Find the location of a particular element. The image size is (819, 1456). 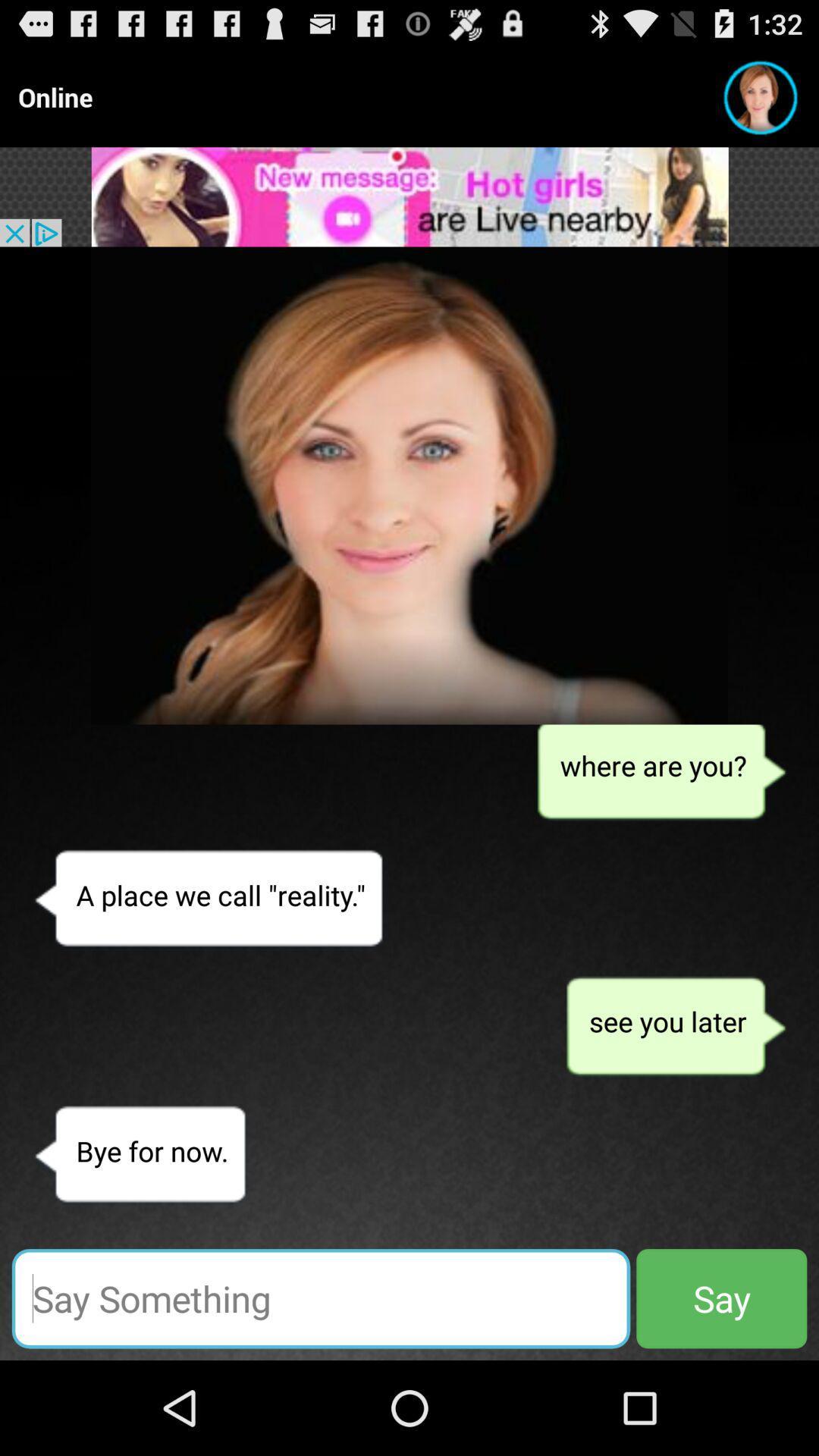

previous is located at coordinates (409, 485).